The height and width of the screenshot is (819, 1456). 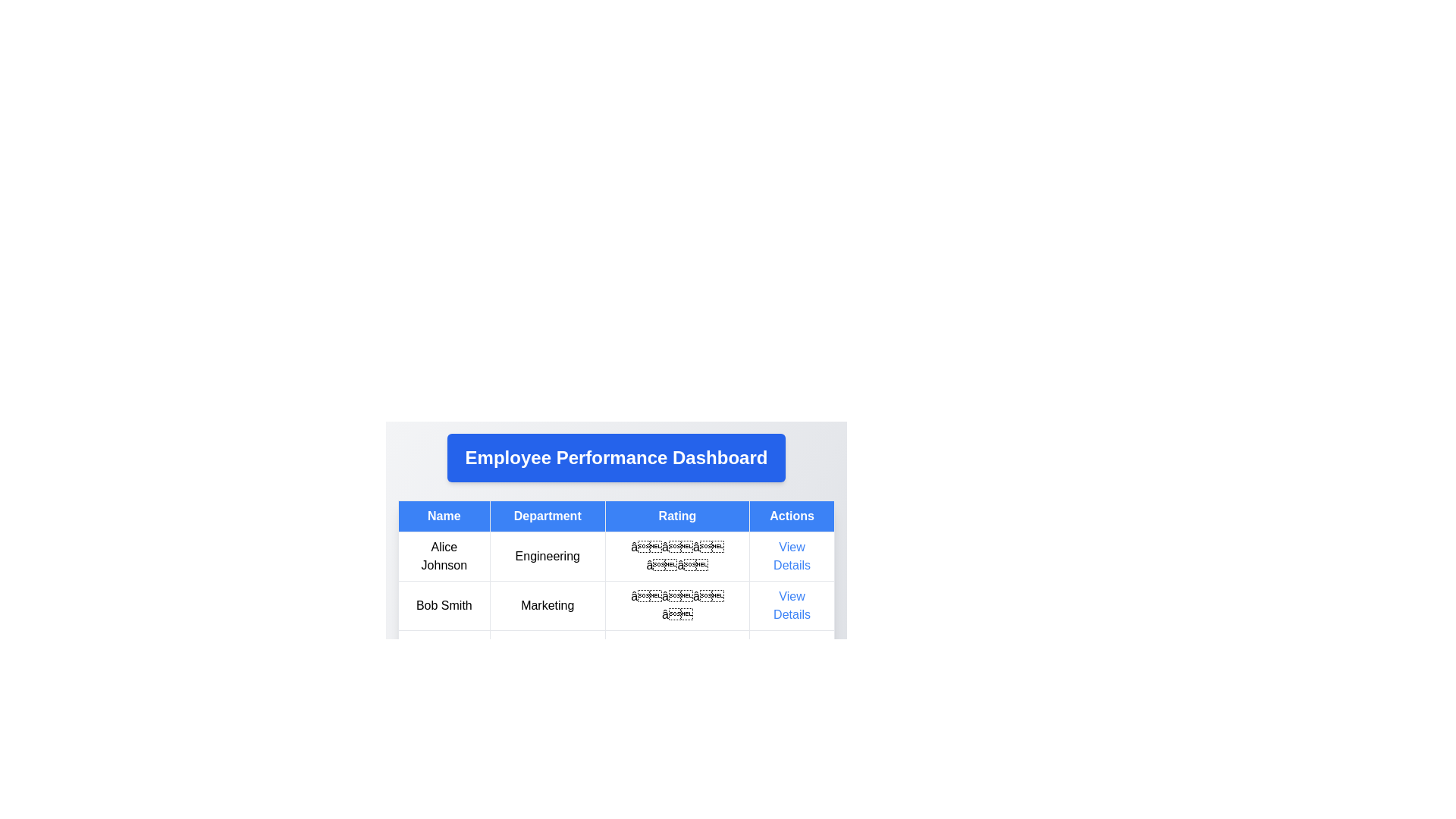 What do you see at coordinates (676, 516) in the screenshot?
I see `the table header cell labeled 'Rating', which is styled with a blue background and white bold text, positioned between the 'Department' and 'Actions' columns` at bounding box center [676, 516].